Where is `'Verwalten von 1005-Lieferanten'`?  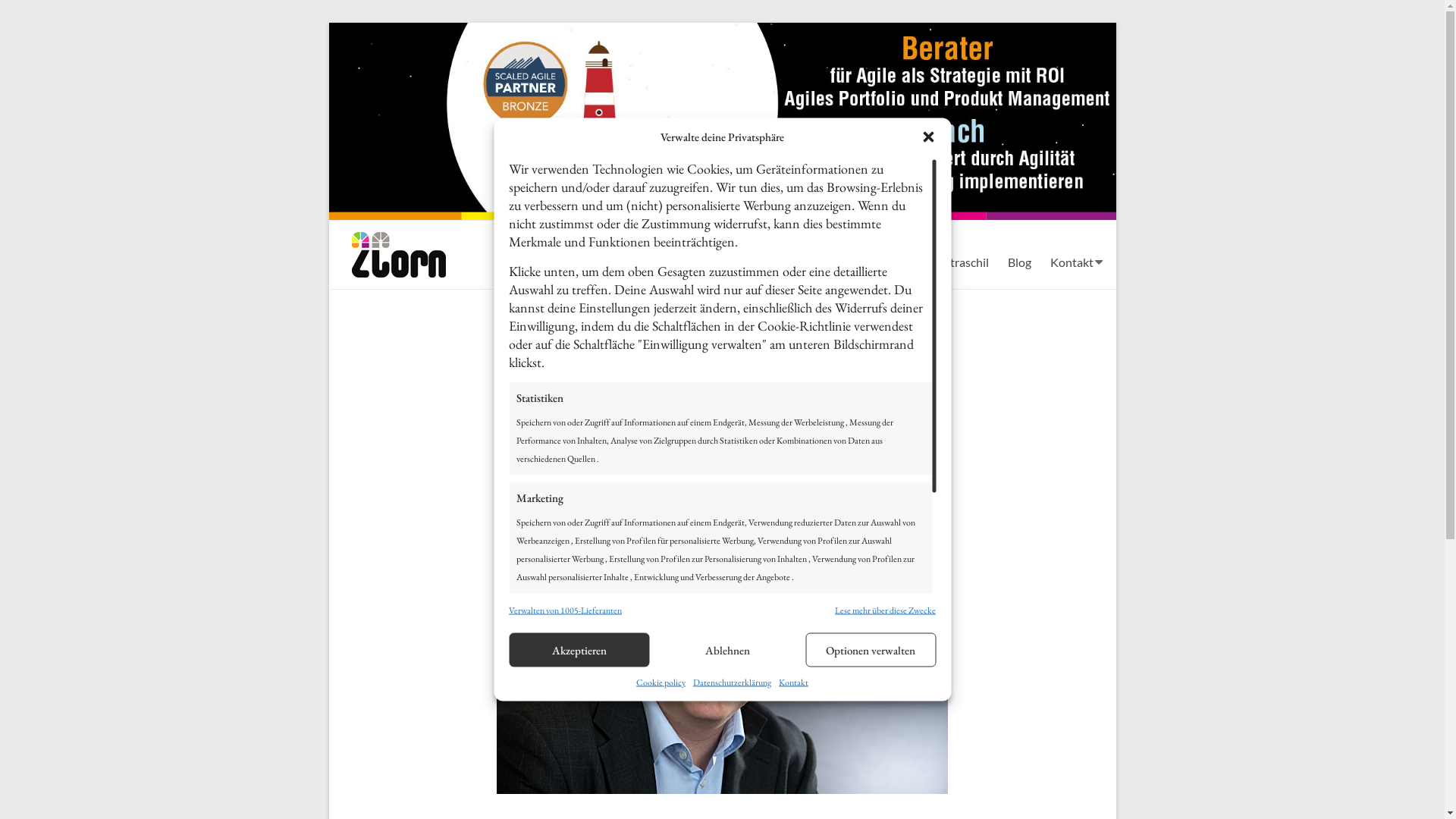 'Verwalten von 1005-Lieferanten' is located at coordinates (564, 608).